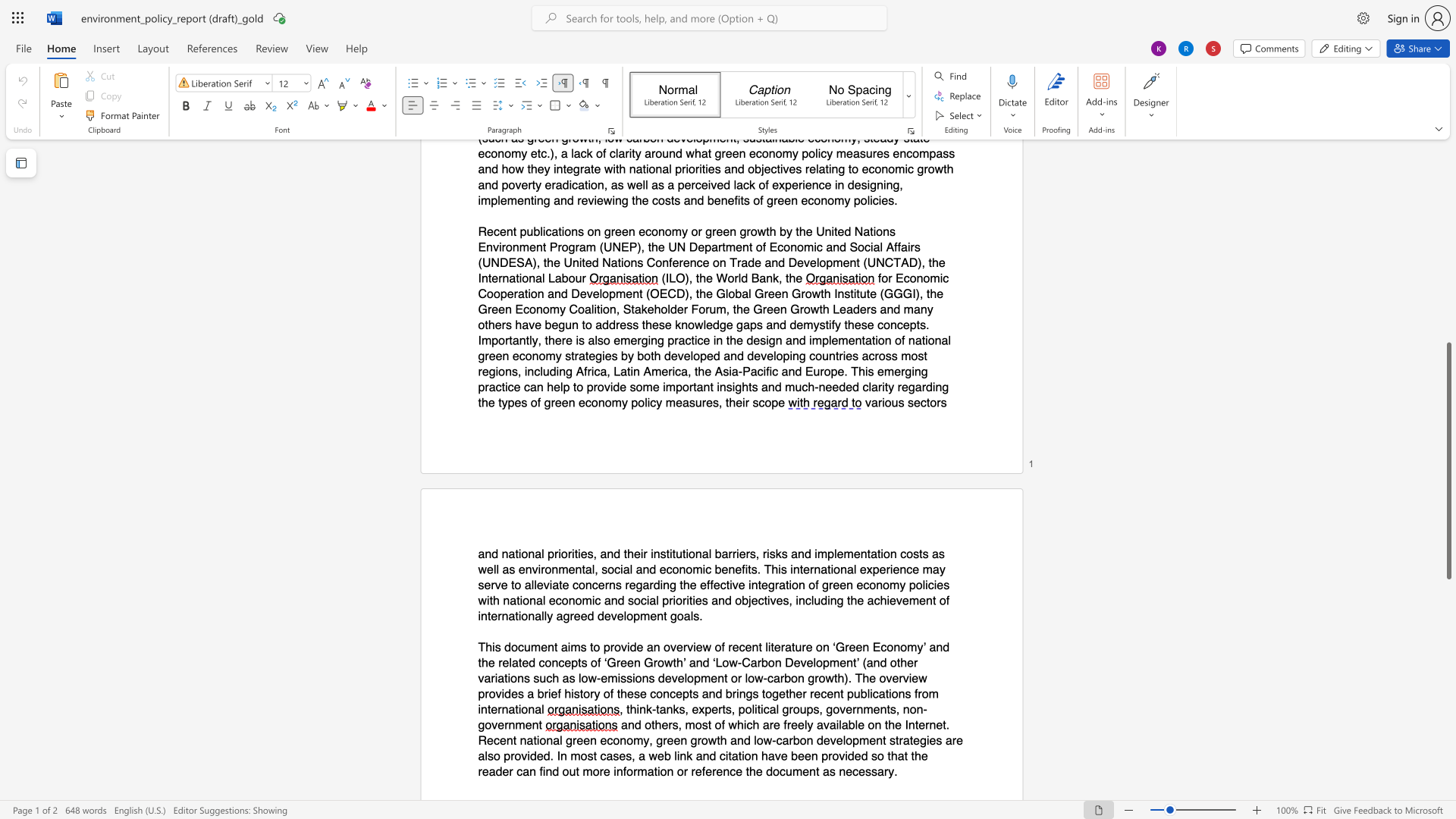 Image resolution: width=1456 pixels, height=819 pixels. What do you see at coordinates (1448, 174) in the screenshot?
I see `the scrollbar to adjust the page upward` at bounding box center [1448, 174].